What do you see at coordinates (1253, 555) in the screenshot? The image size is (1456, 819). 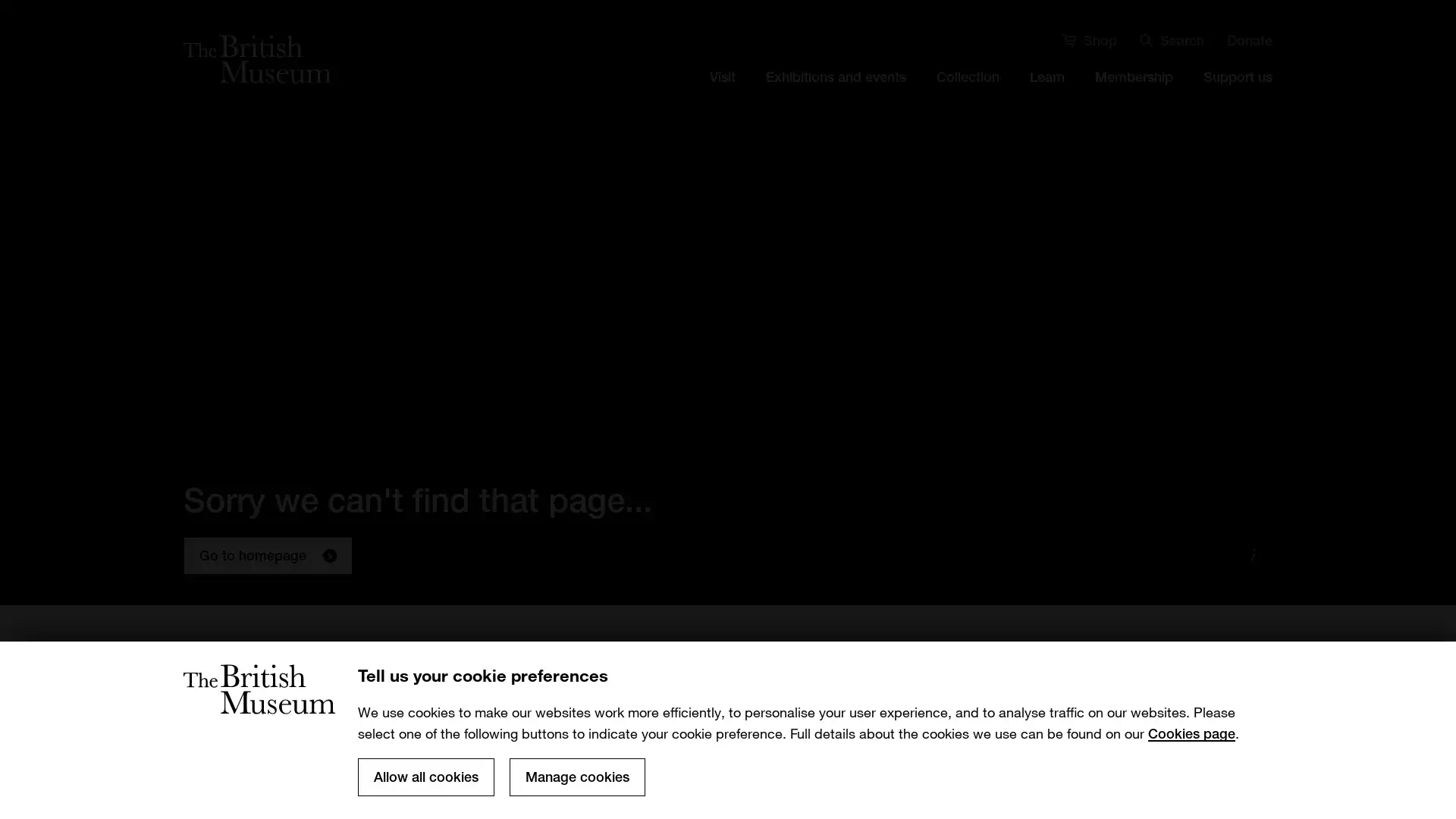 I see `Show image caption` at bounding box center [1253, 555].